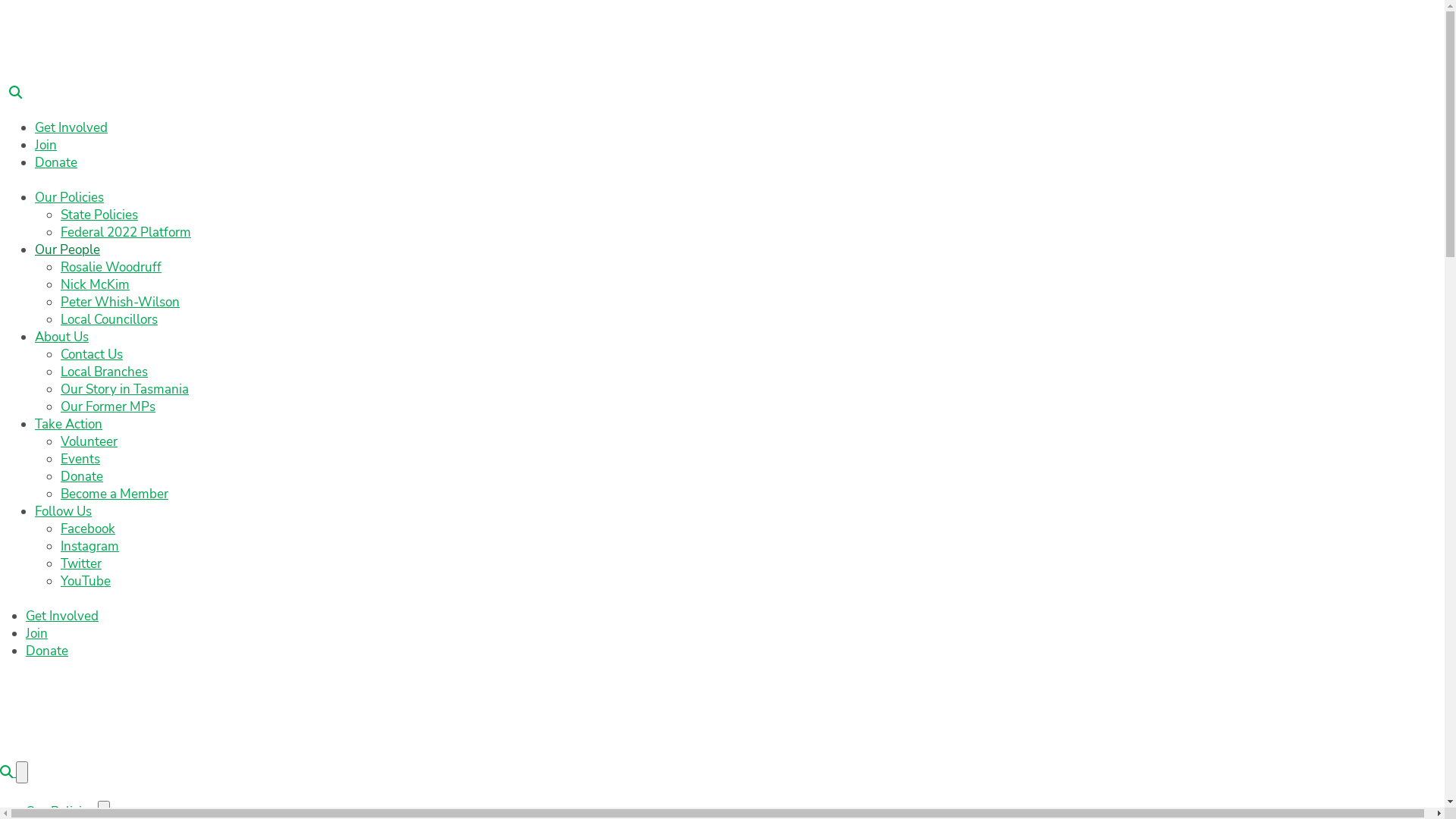 This screenshot has width=1456, height=819. What do you see at coordinates (119, 302) in the screenshot?
I see `'Peter Whish-Wilson'` at bounding box center [119, 302].